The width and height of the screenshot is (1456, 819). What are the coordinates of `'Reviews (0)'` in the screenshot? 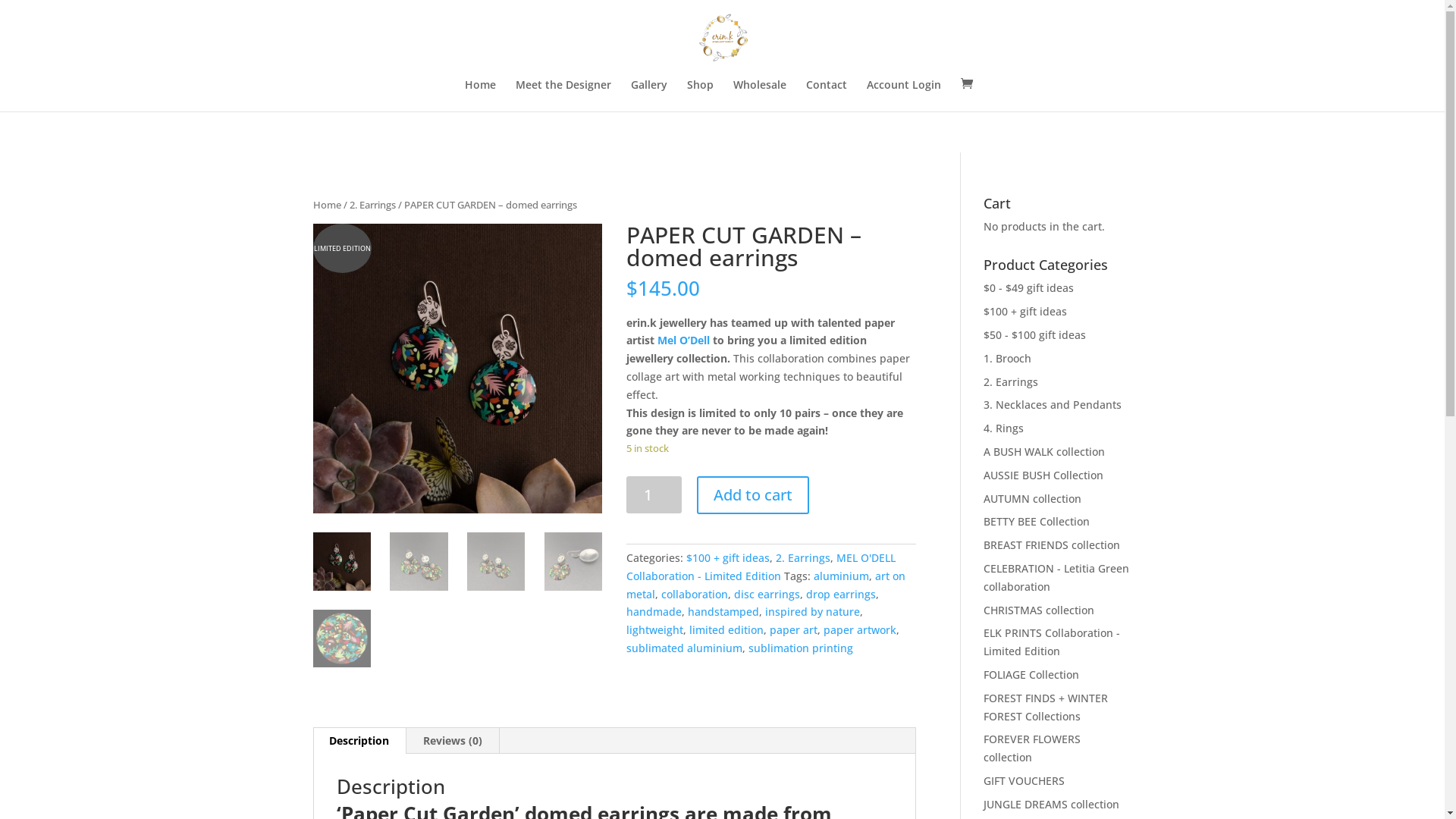 It's located at (451, 739).